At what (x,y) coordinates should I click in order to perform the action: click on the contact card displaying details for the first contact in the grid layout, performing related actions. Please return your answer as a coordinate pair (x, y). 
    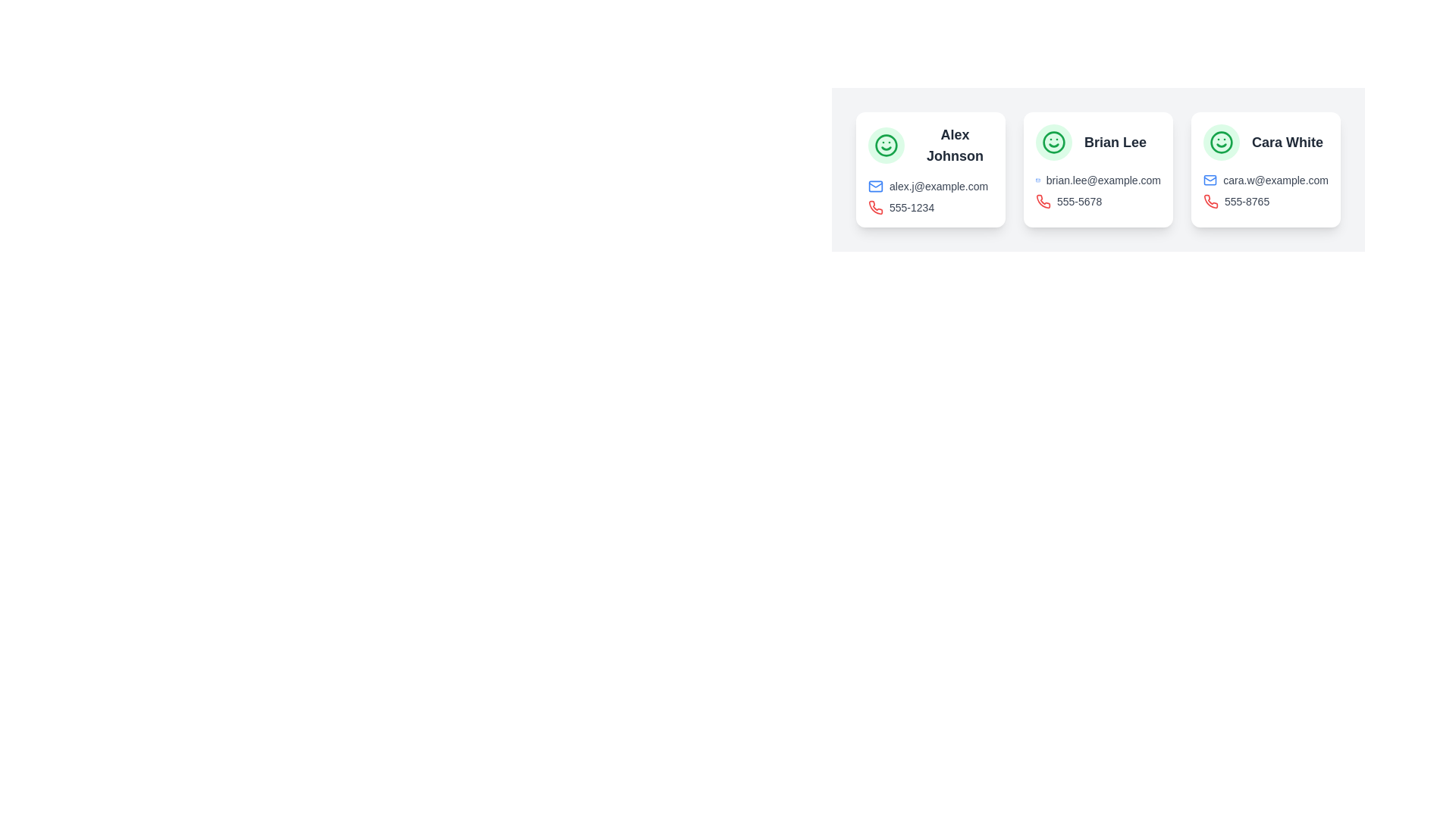
    Looking at the image, I should click on (930, 169).